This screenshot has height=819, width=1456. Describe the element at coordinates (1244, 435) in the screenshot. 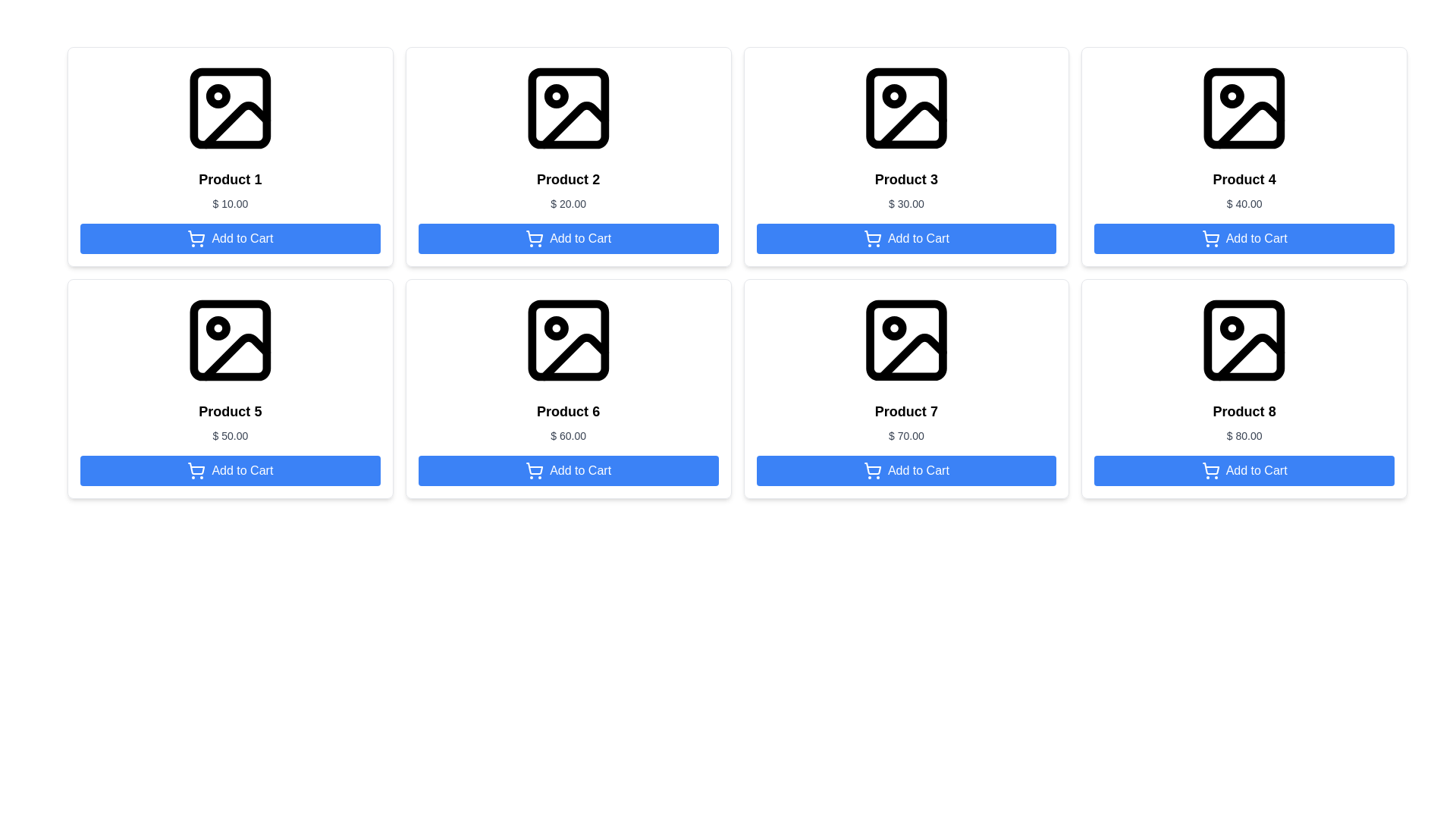

I see `the price label displaying the cost for 'Product 8', located centrally in the lower section of the product card, above the 'Add to Cart' button` at that location.